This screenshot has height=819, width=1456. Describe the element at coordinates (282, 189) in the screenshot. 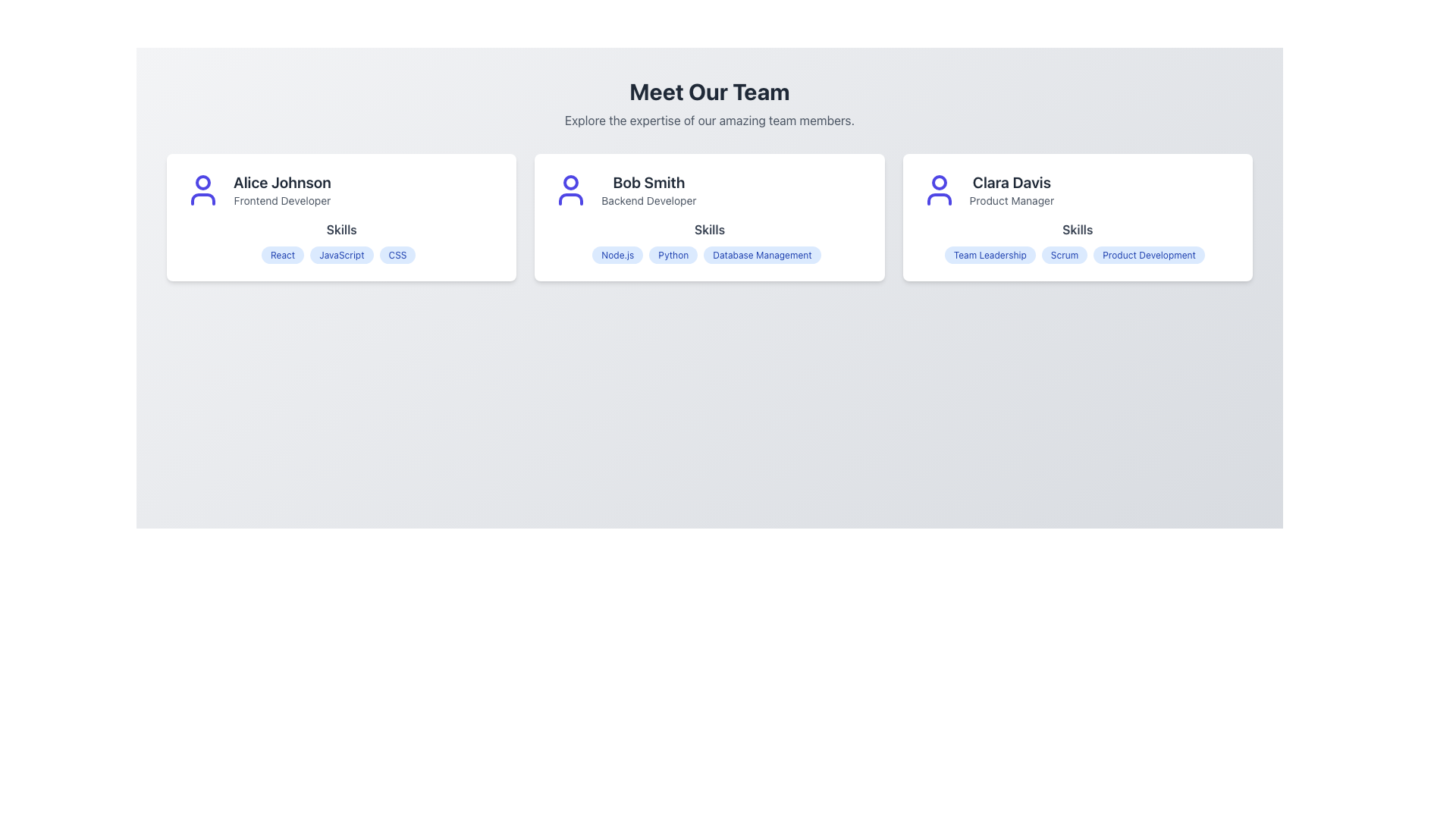

I see `the text display showing 'Alice Johnson' and 'Frontend Developer', which is styled with a bold font and located in the leftmost card` at that location.